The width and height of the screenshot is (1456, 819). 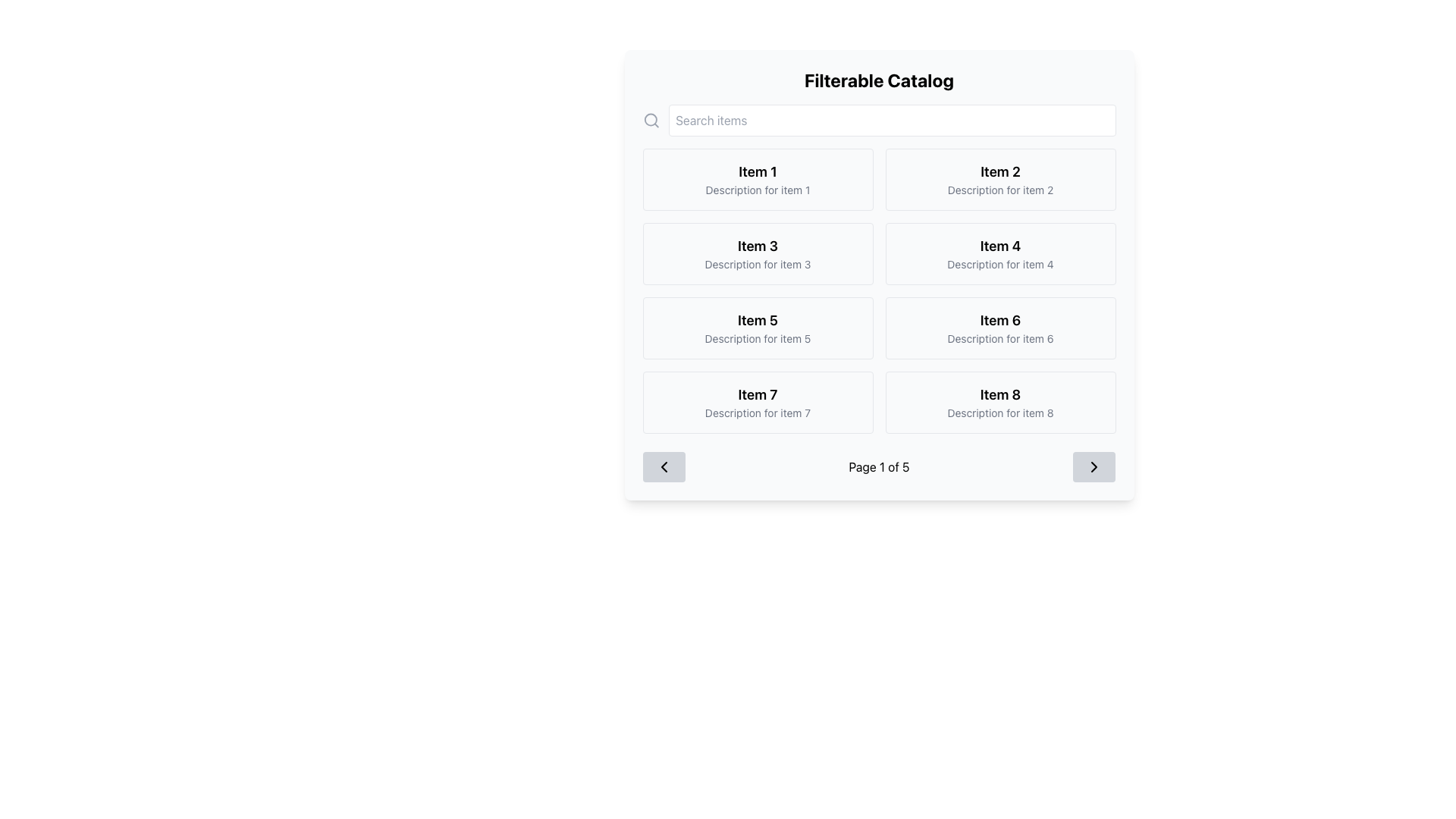 What do you see at coordinates (1000, 338) in the screenshot?
I see `the text label located directly underneath 'Item 6' in the catalog interface, positioned in the rightmost column of the third row` at bounding box center [1000, 338].